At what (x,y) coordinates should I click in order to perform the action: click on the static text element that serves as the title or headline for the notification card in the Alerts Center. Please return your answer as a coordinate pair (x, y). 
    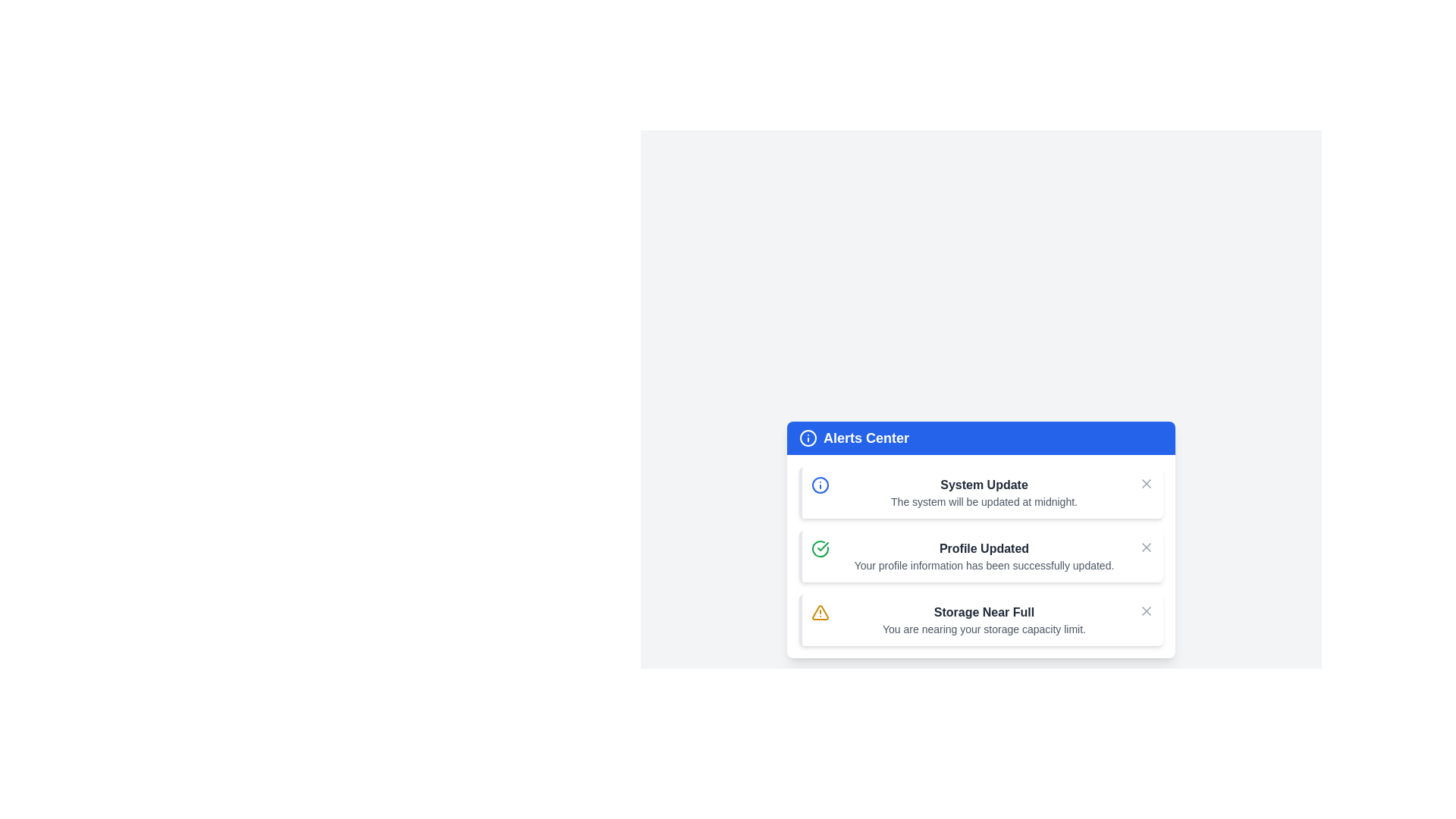
    Looking at the image, I should click on (984, 485).